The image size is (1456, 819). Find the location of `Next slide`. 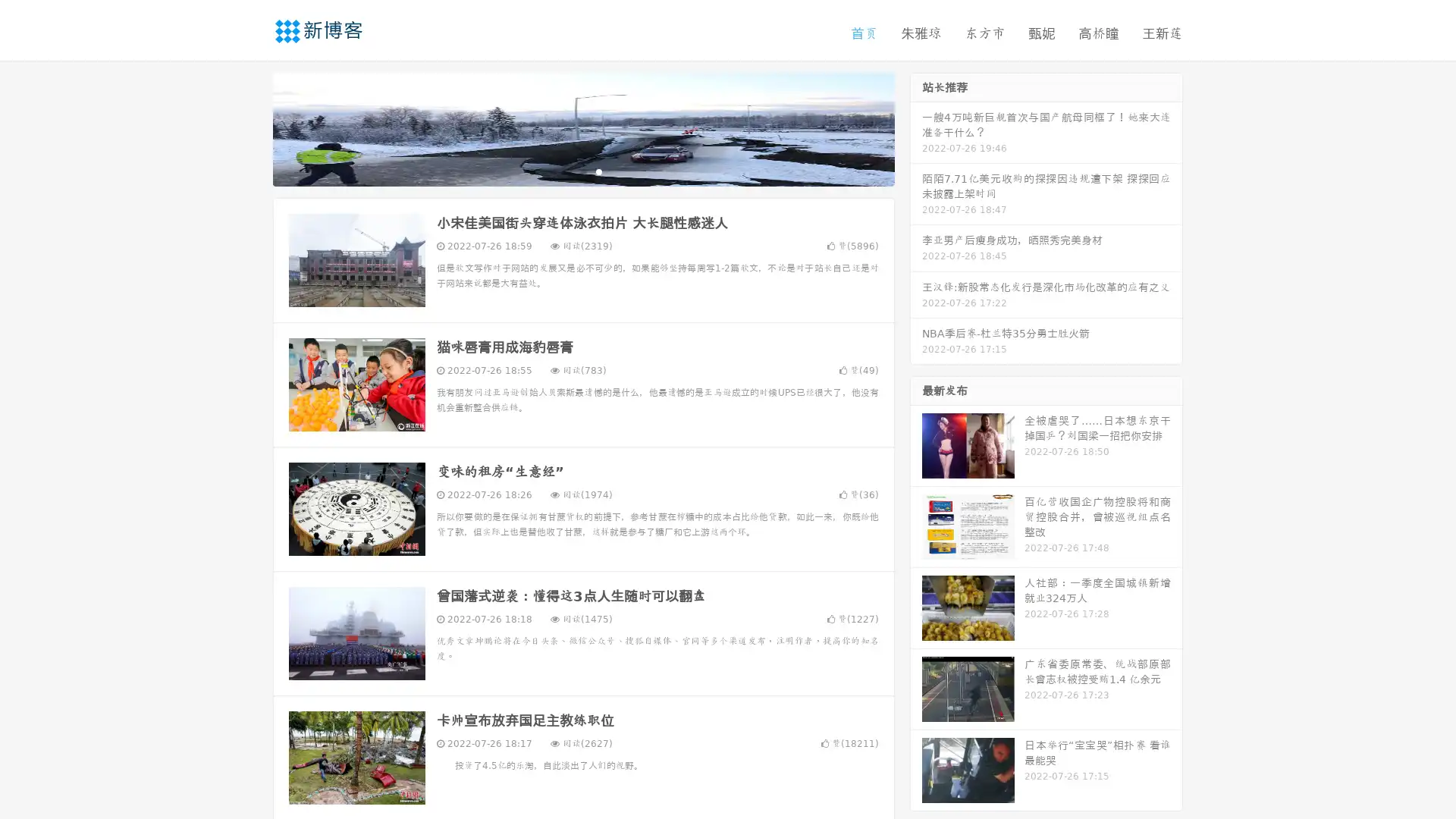

Next slide is located at coordinates (916, 127).